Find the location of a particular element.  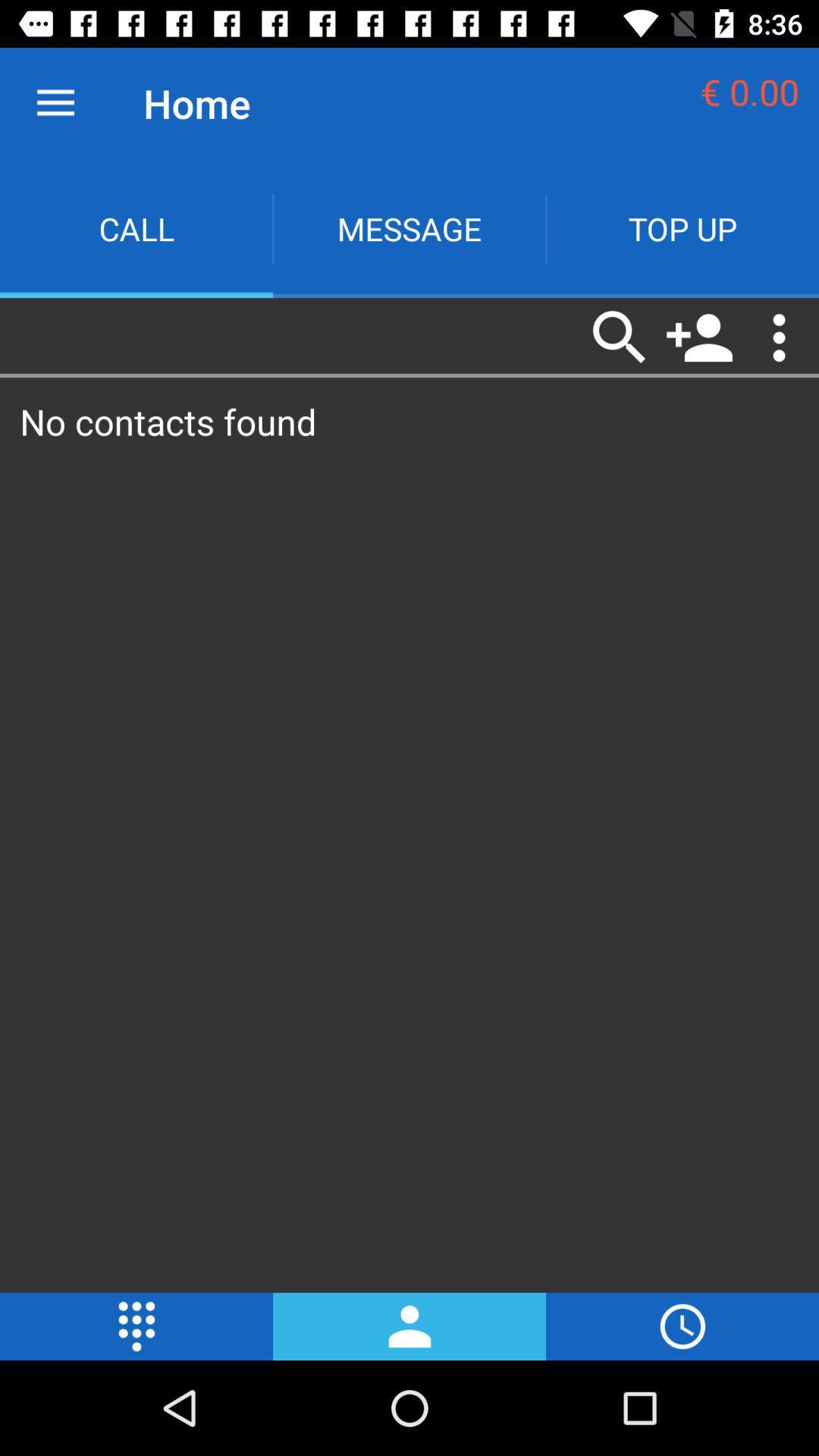

three dot icon is located at coordinates (779, 337).